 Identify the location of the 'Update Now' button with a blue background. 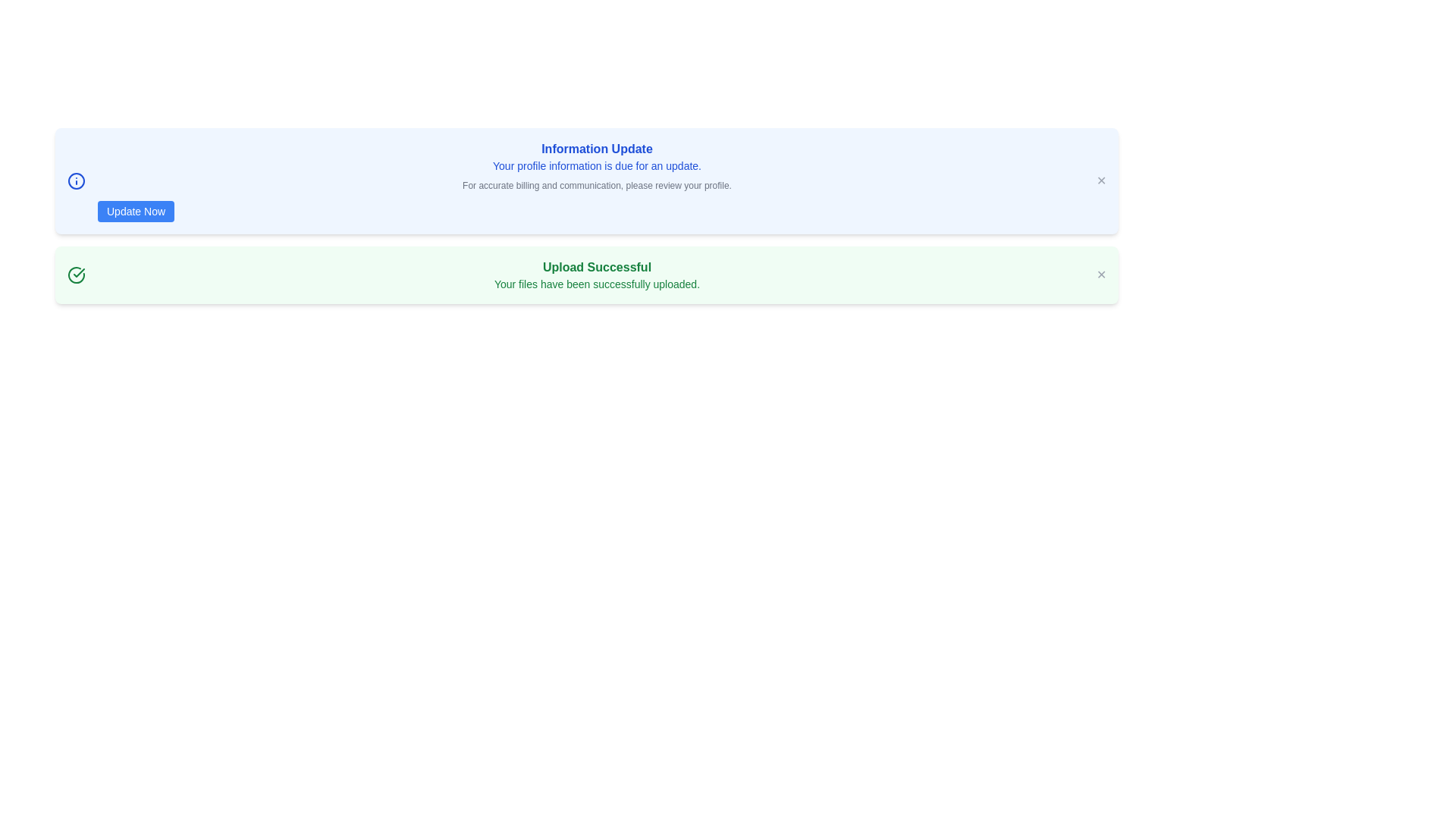
(136, 211).